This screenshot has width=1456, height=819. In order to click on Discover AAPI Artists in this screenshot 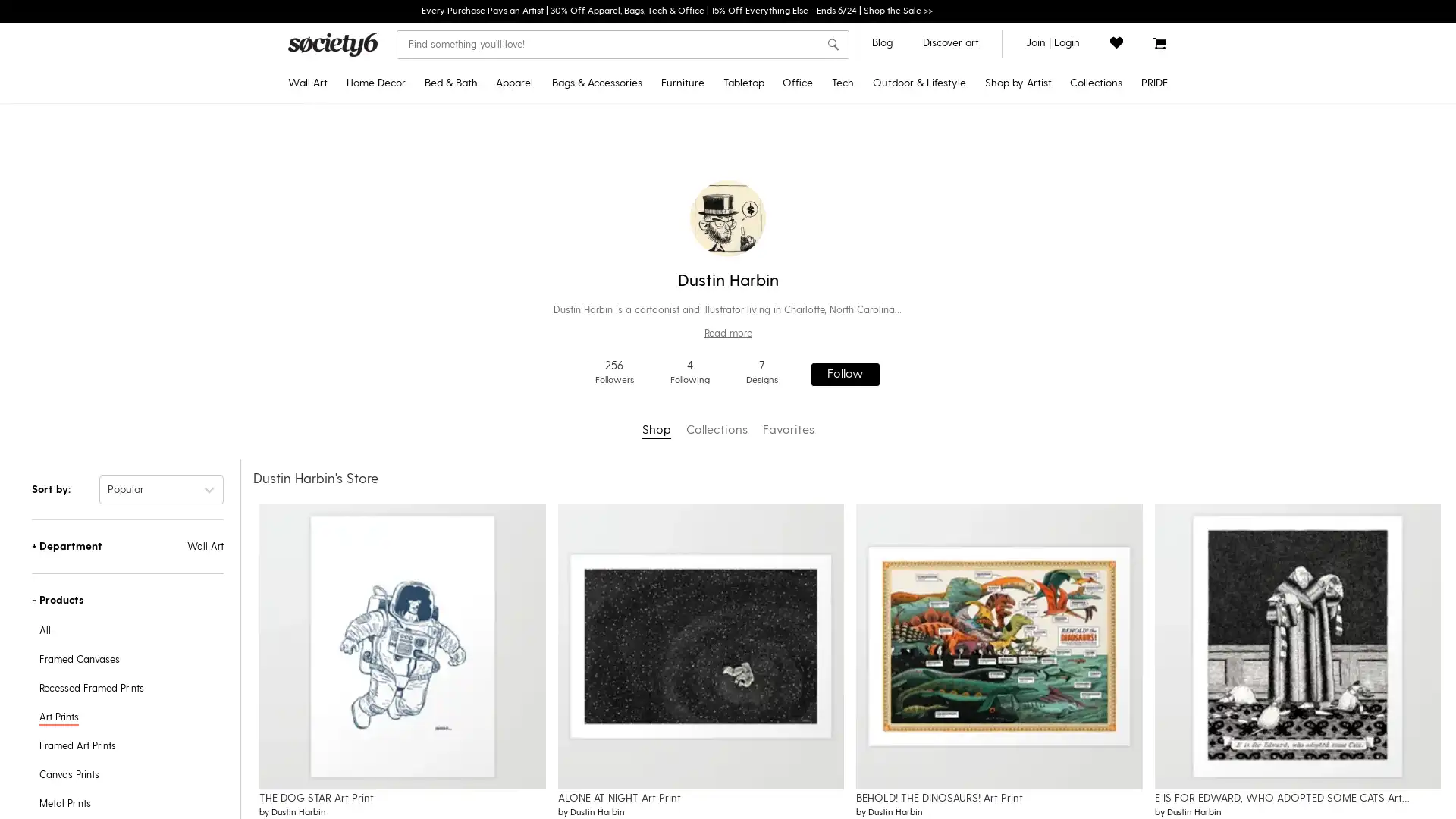, I will do `click(977, 219)`.